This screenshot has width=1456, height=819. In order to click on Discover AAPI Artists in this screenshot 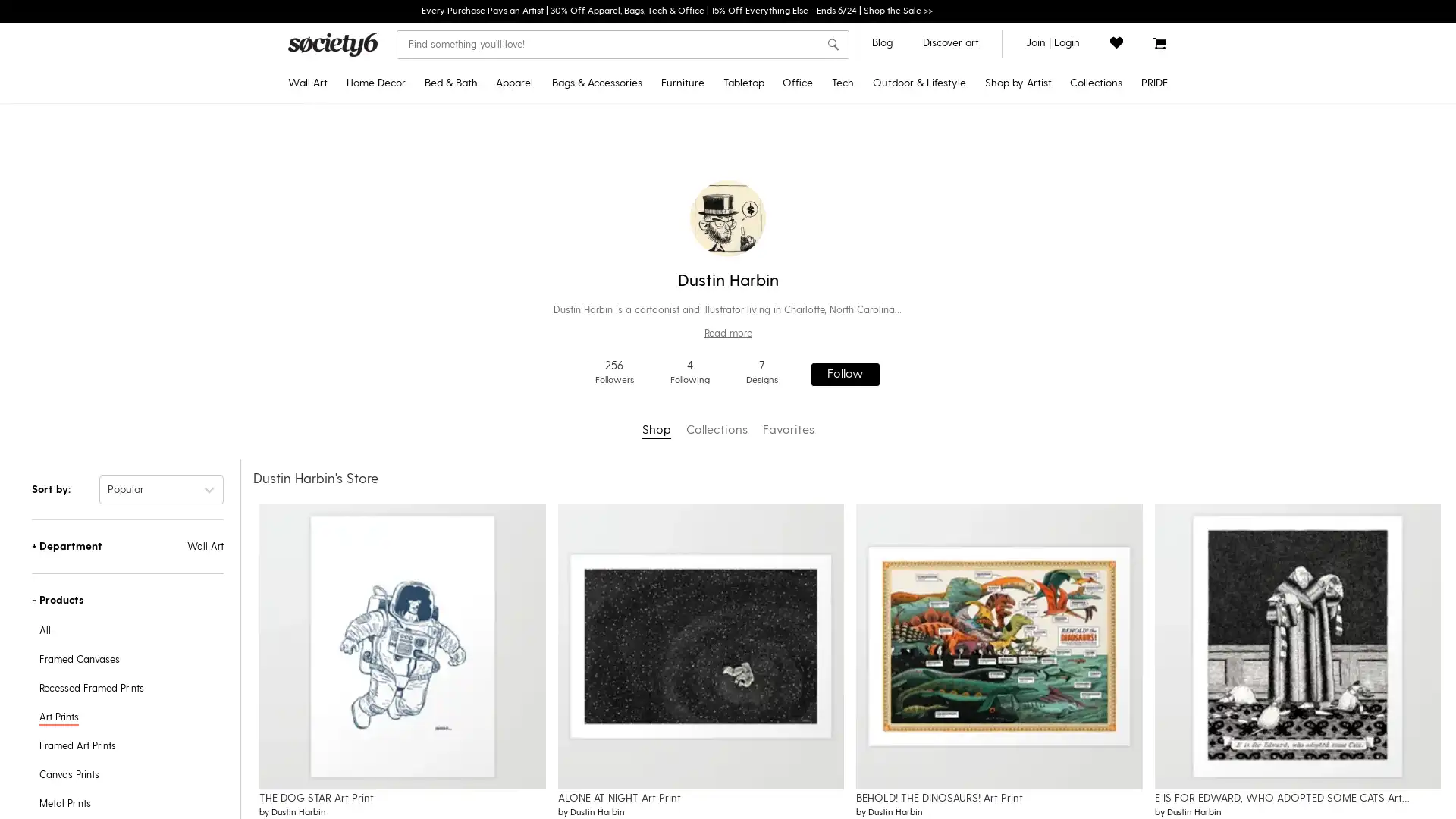, I will do `click(977, 219)`.